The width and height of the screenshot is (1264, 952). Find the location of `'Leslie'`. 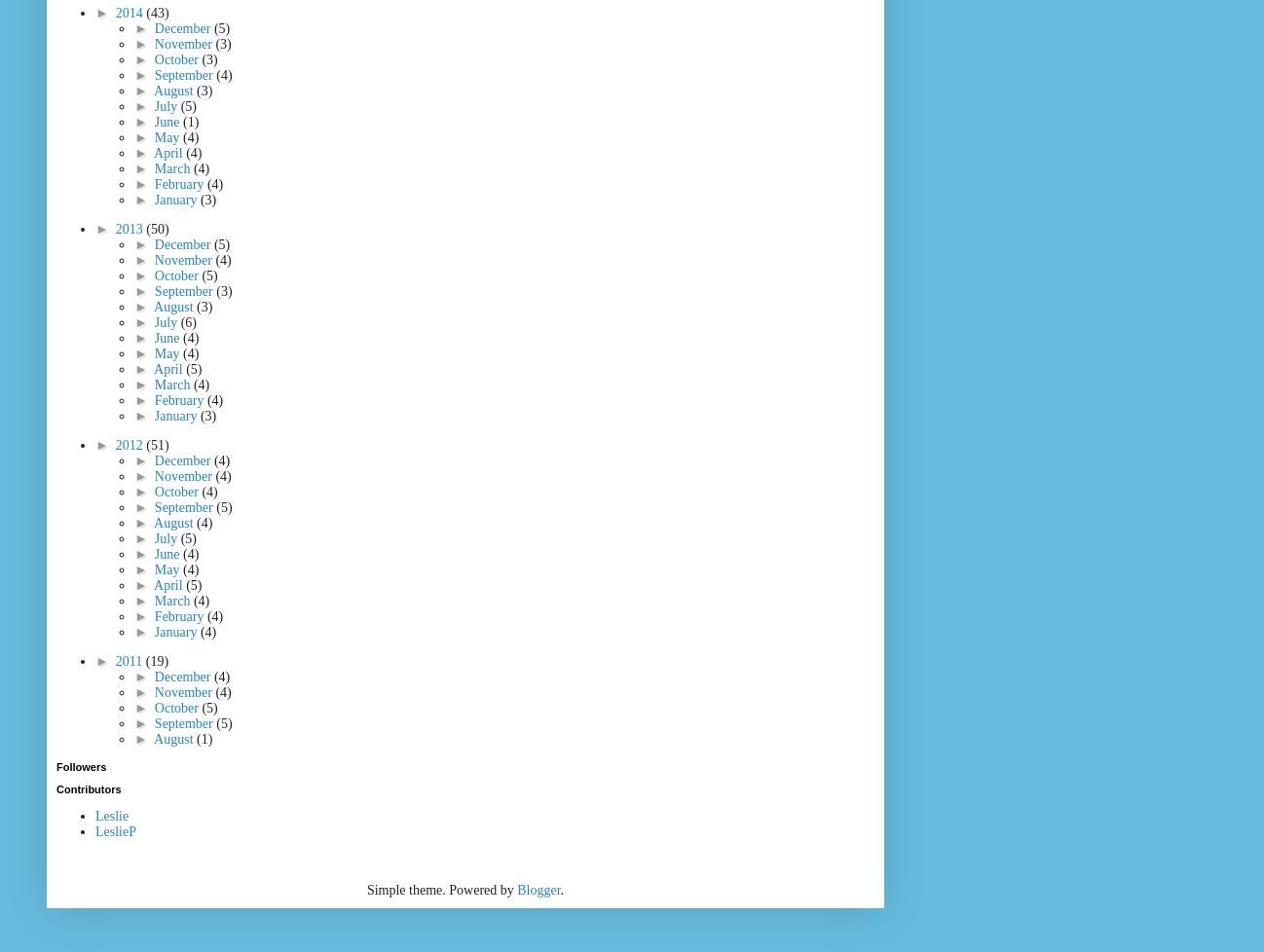

'Leslie' is located at coordinates (94, 815).